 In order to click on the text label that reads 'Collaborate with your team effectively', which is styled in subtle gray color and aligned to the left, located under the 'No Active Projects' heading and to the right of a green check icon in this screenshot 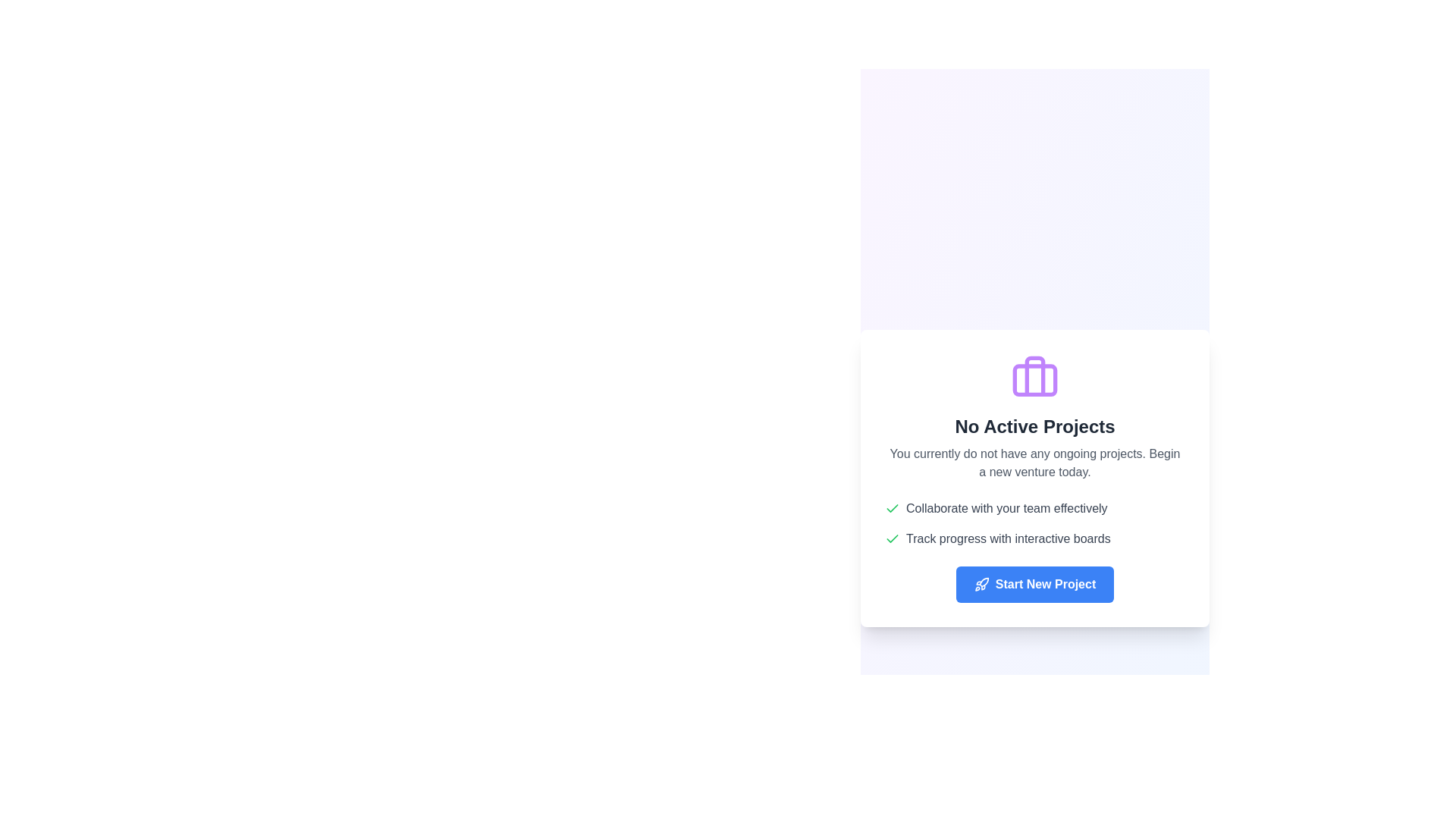, I will do `click(1006, 509)`.